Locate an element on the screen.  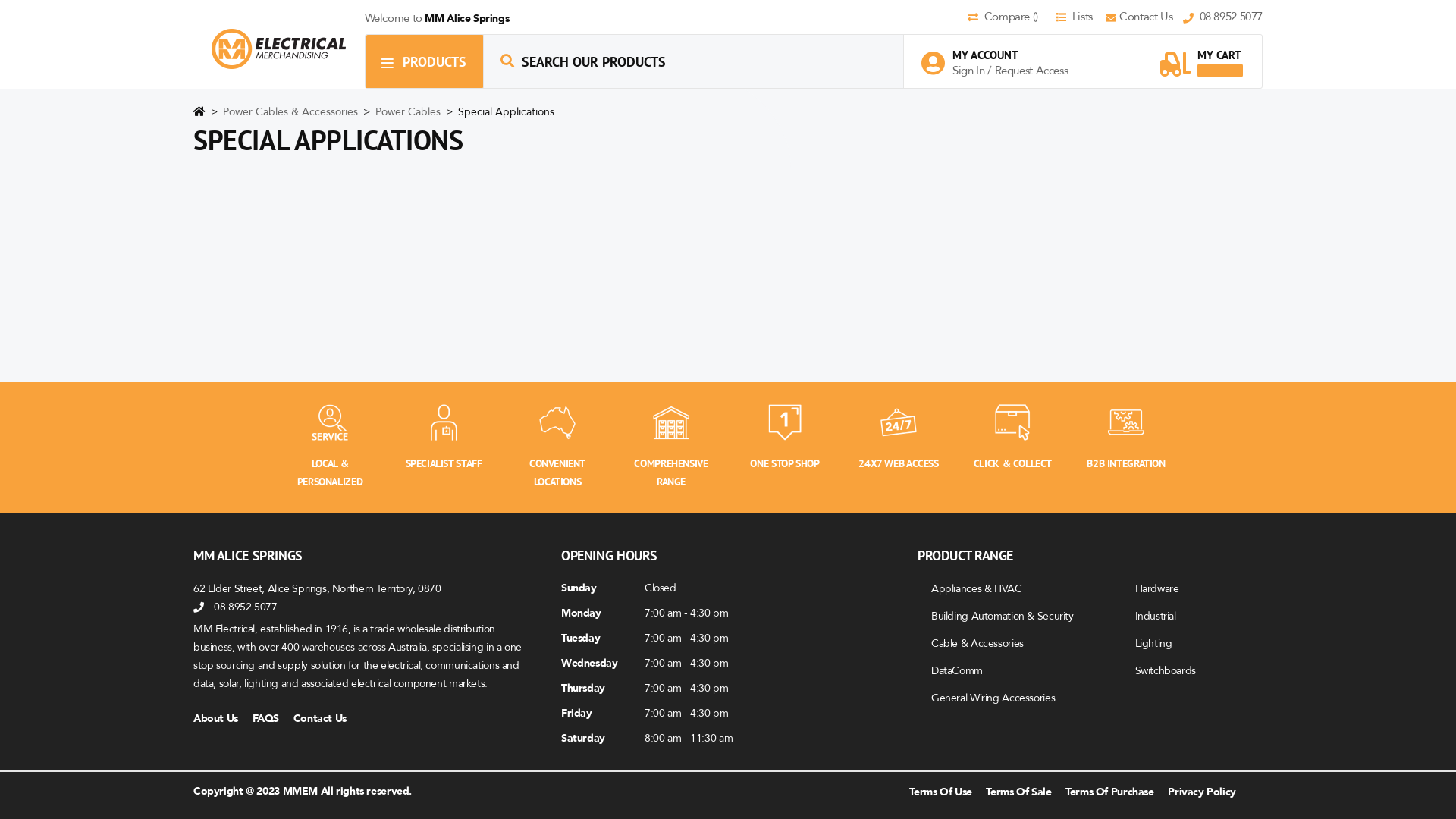
'Hardware' is located at coordinates (1134, 587).